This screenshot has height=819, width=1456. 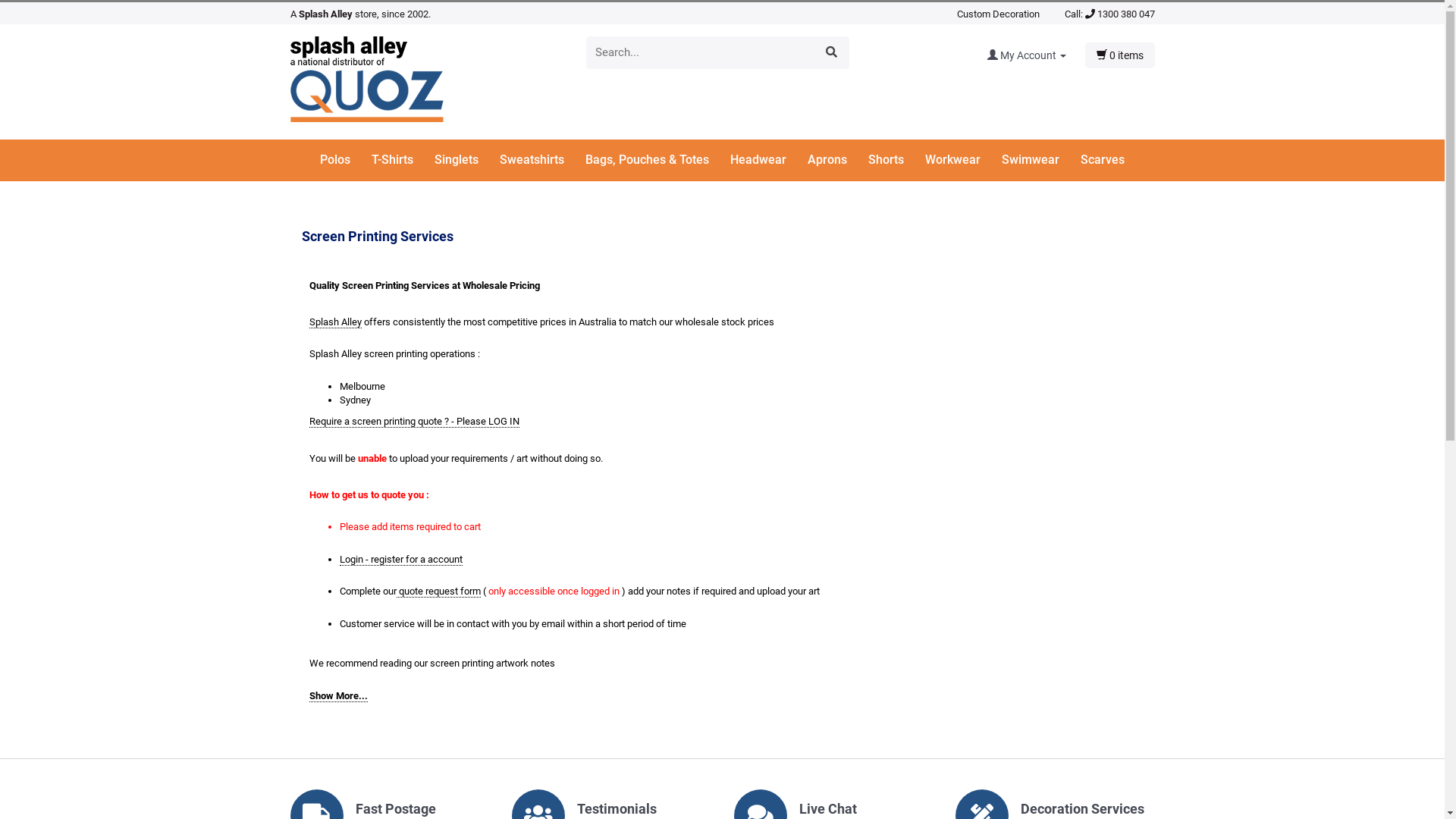 I want to click on 'Shorts', so click(x=895, y=160).